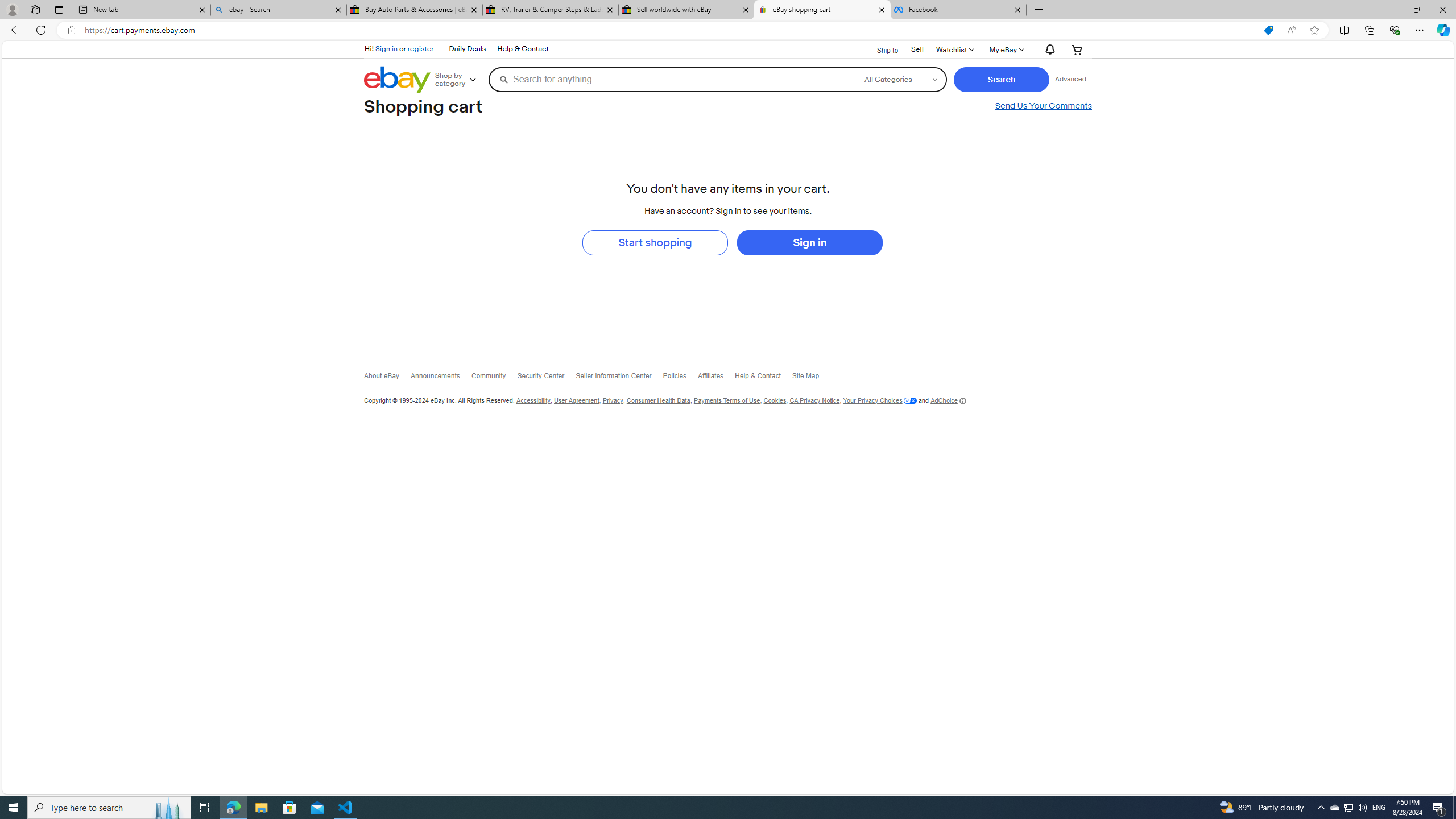 Image resolution: width=1456 pixels, height=819 pixels. I want to click on 'eBay Home', so click(396, 79).